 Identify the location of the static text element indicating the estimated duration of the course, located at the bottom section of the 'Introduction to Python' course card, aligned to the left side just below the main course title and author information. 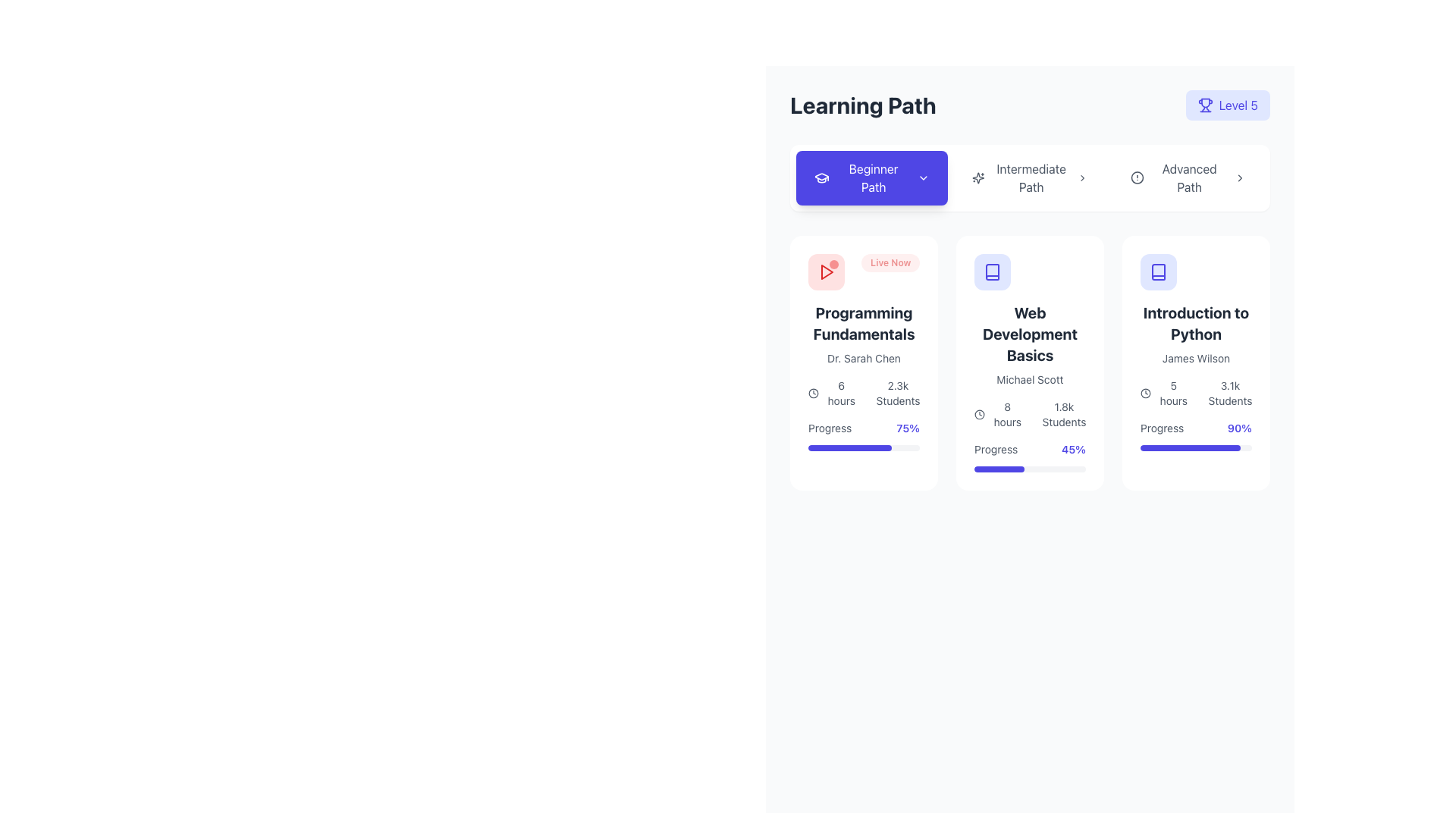
(1172, 393).